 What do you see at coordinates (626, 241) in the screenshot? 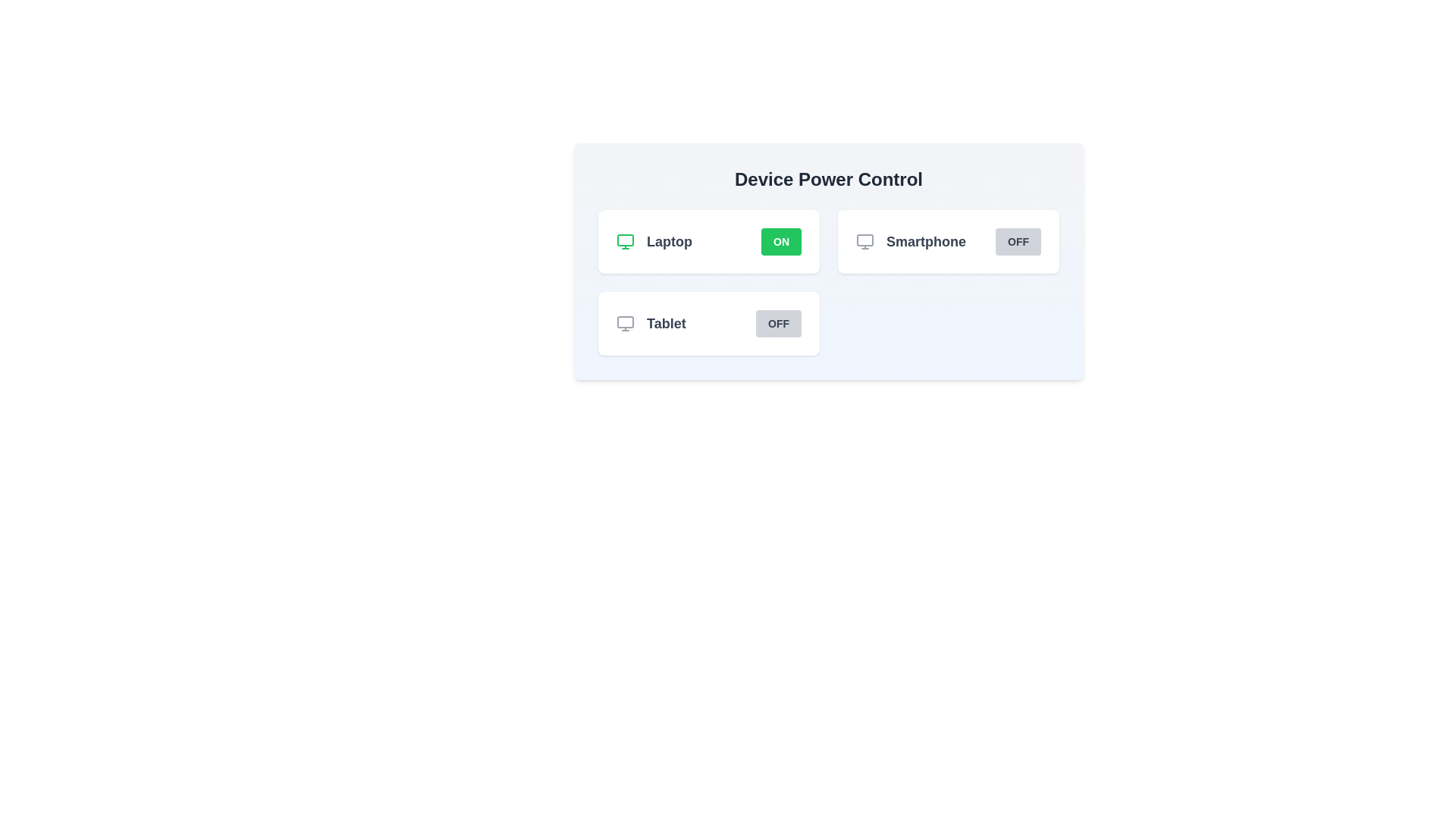
I see `the icon associated with Laptop` at bounding box center [626, 241].